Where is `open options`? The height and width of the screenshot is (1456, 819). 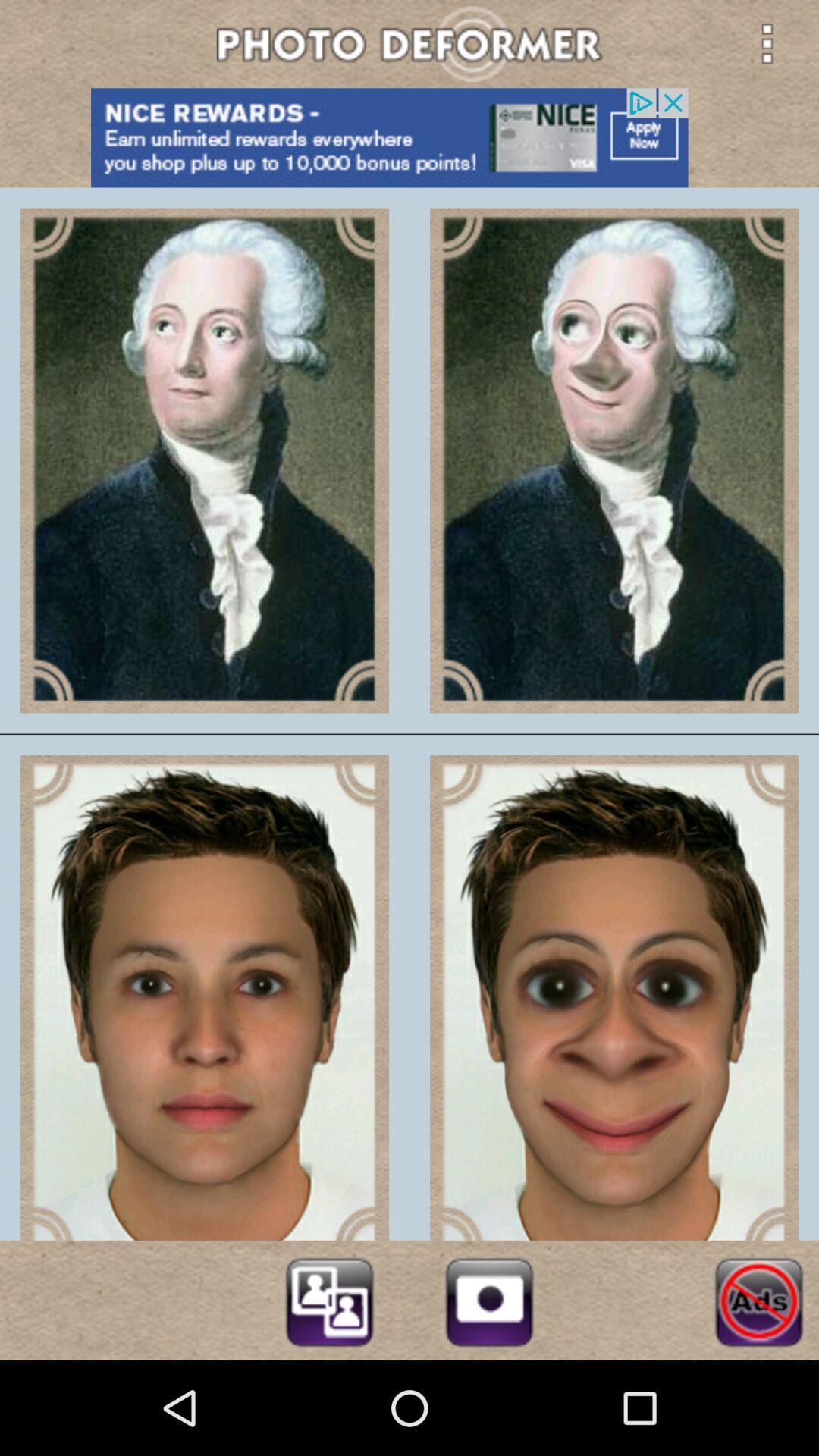
open options is located at coordinates (767, 43).